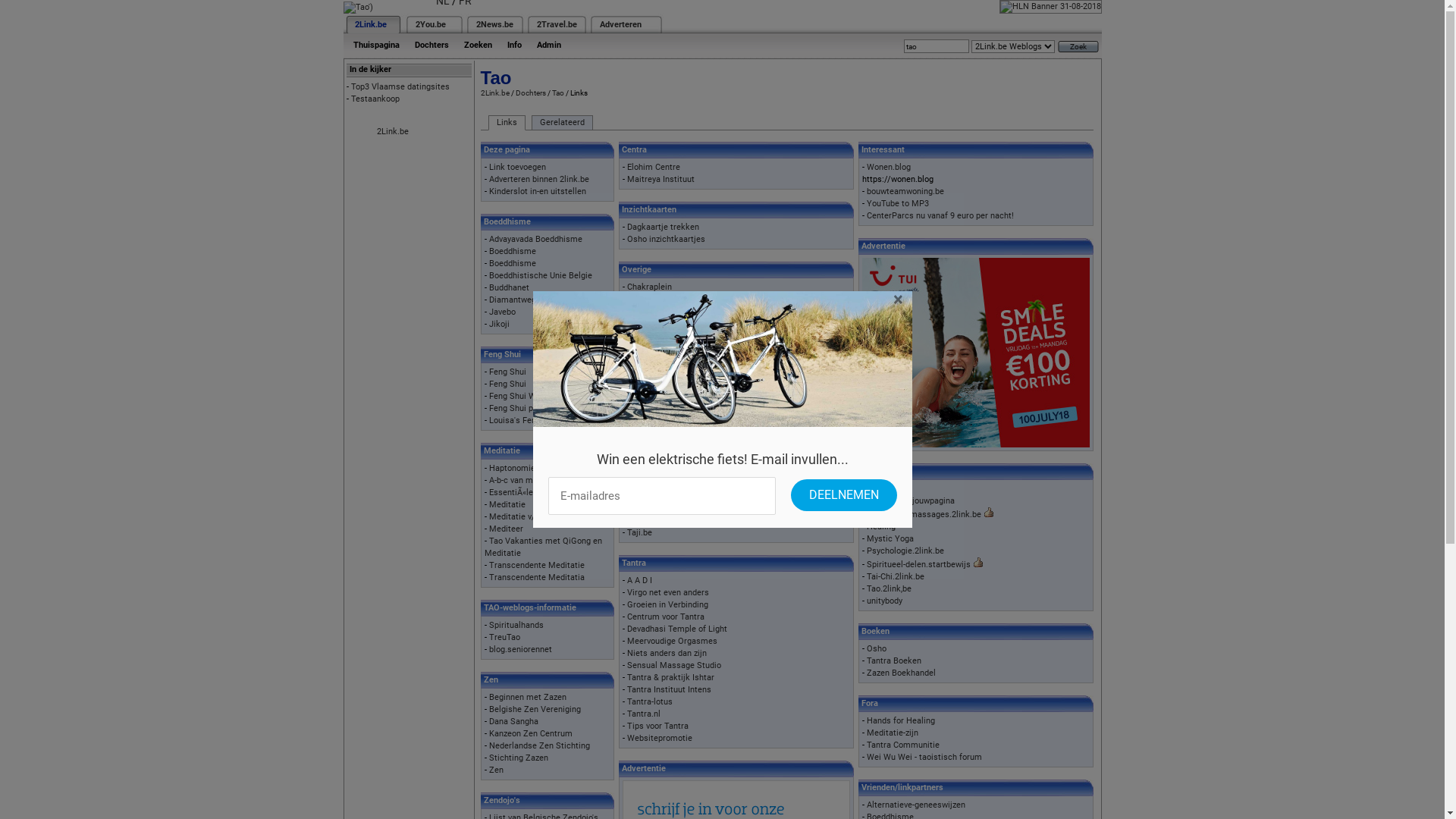 Image resolution: width=1456 pixels, height=819 pixels. Describe the element at coordinates (626, 532) in the screenshot. I see `'Taji.be'` at that location.